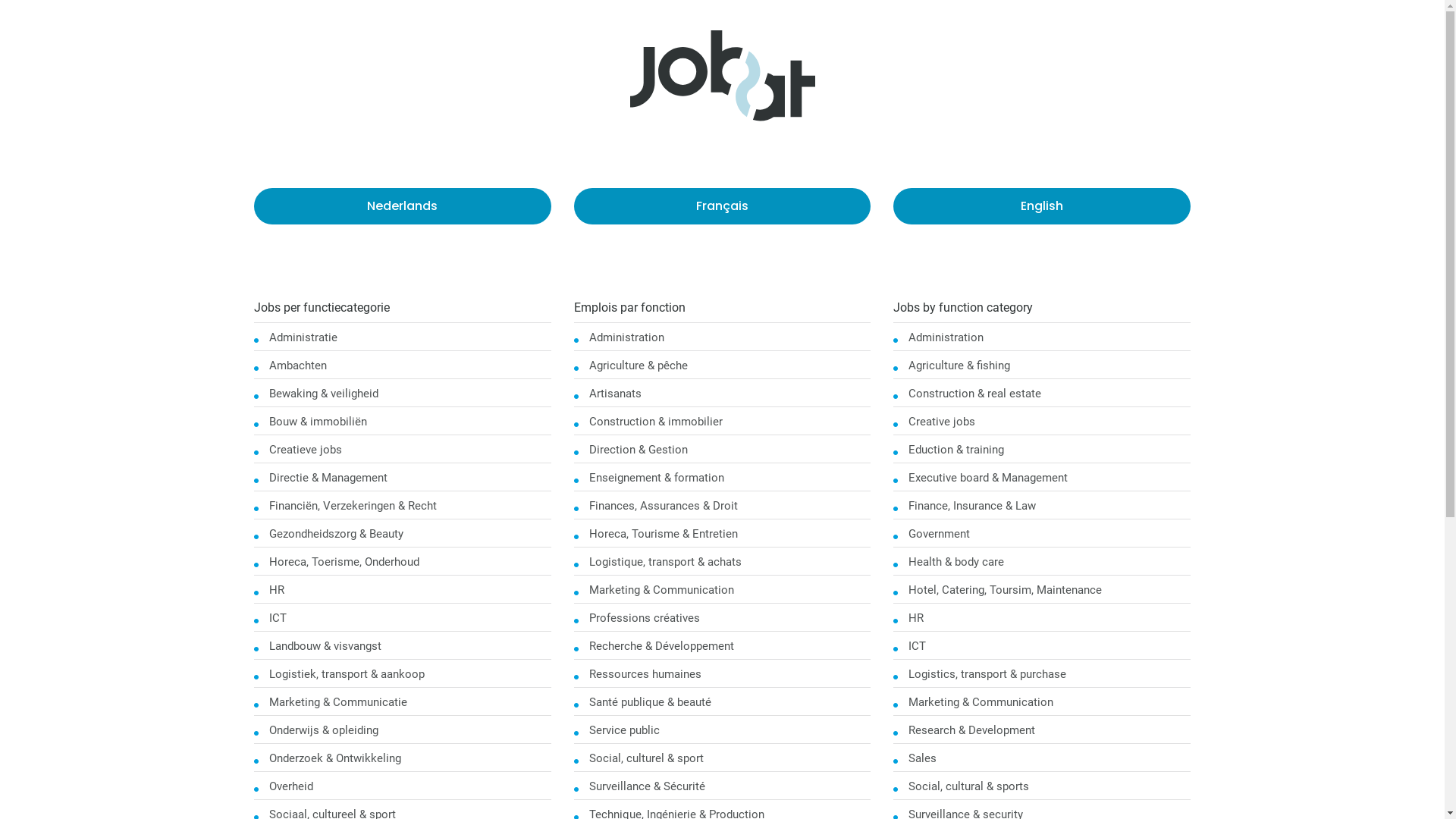 Image resolution: width=1456 pixels, height=819 pixels. Describe the element at coordinates (638, 449) in the screenshot. I see `'Direction & Gestion'` at that location.